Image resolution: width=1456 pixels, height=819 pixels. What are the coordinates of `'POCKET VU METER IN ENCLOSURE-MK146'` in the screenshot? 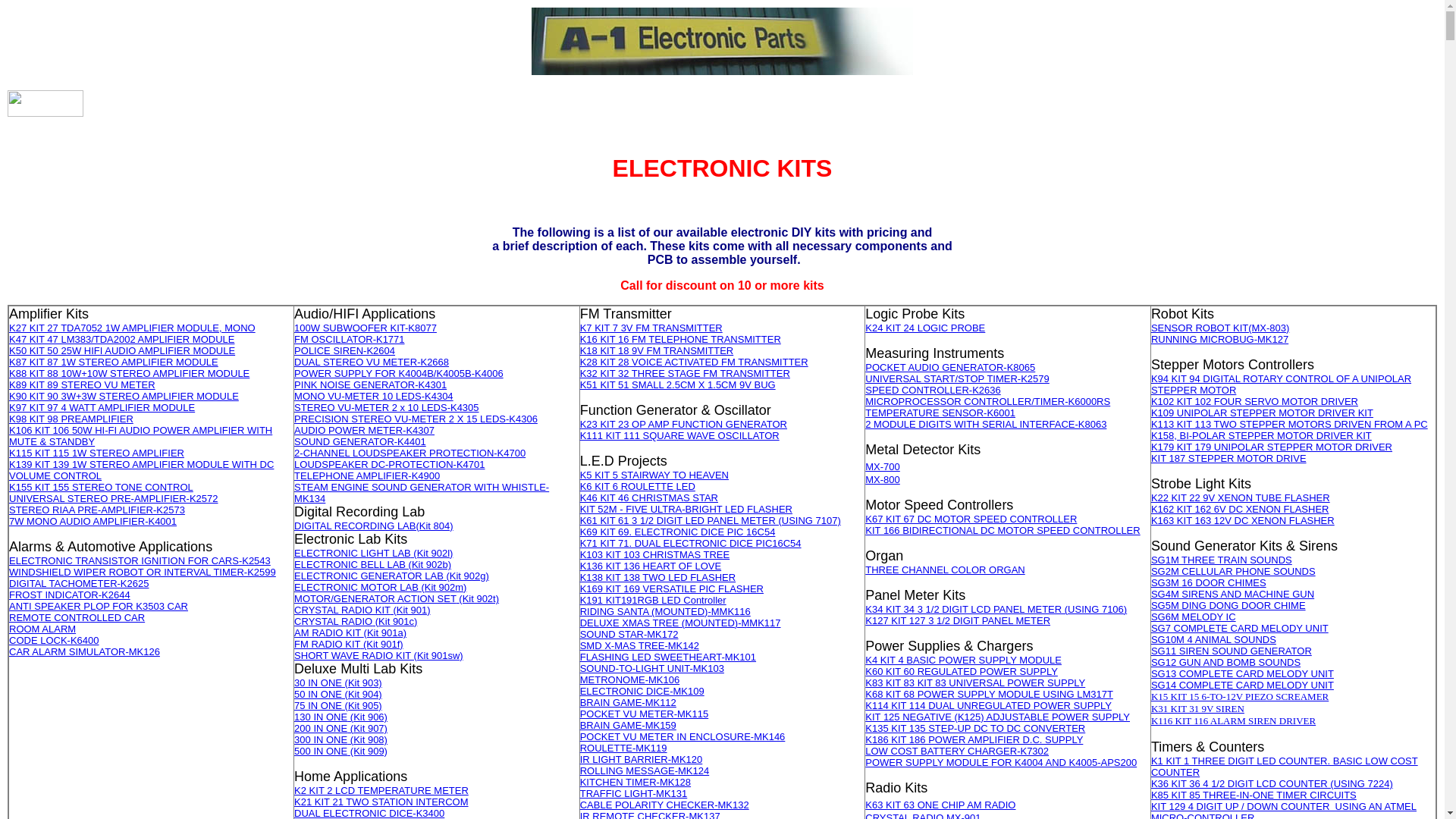 It's located at (682, 736).